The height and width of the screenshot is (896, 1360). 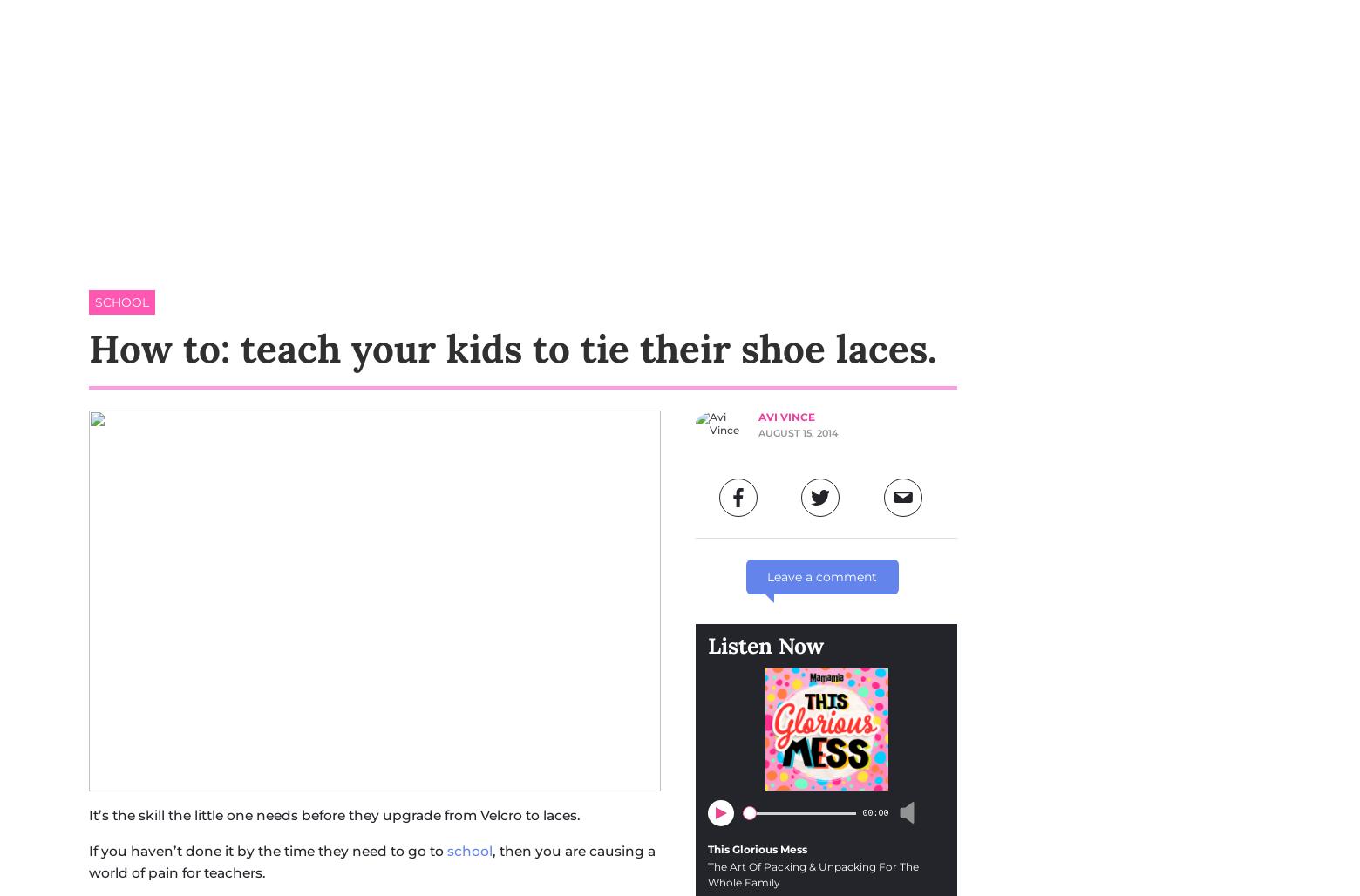 I want to click on 'And do the same to the other.', so click(x=374, y=27).